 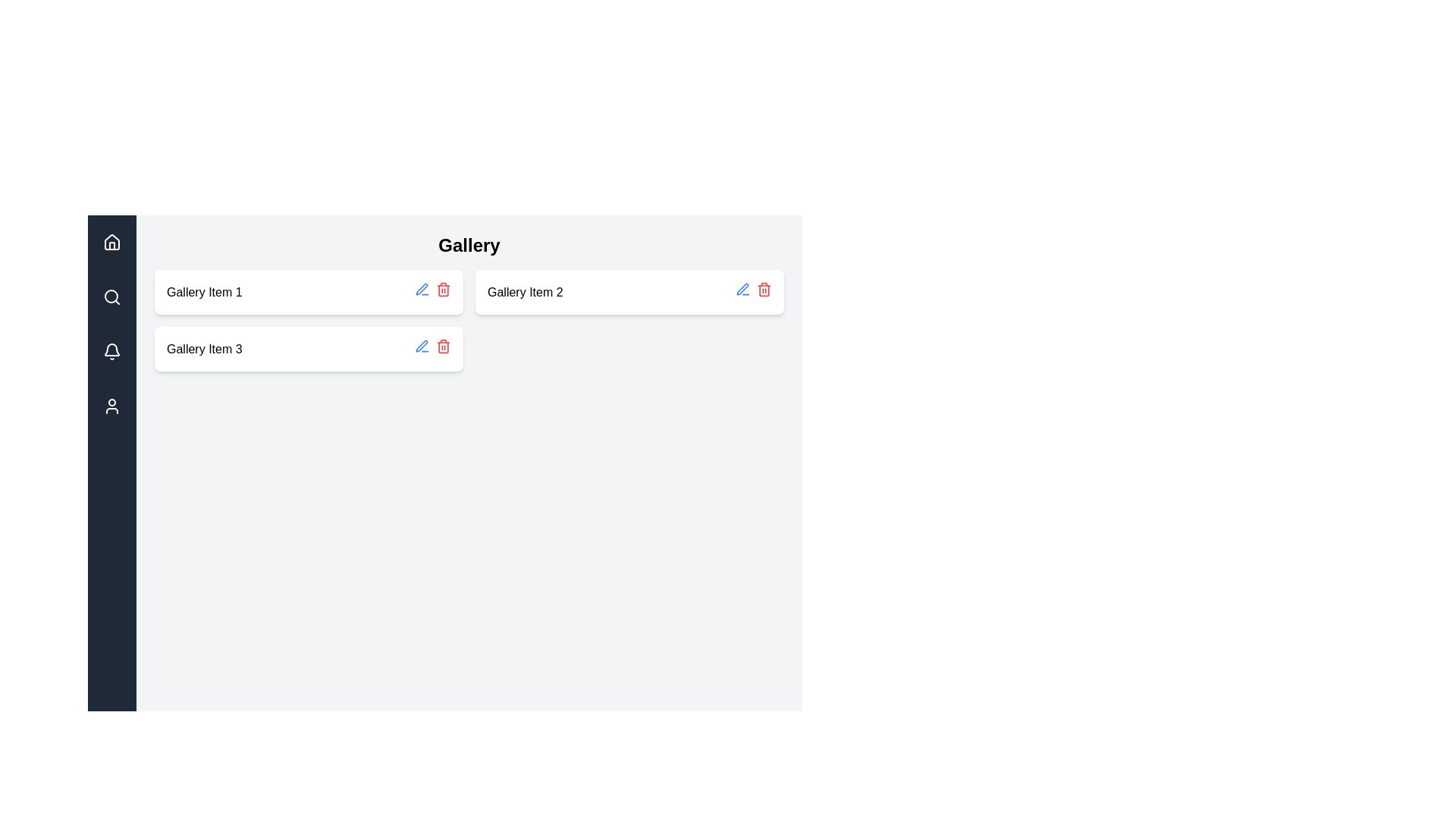 What do you see at coordinates (111, 297) in the screenshot?
I see `the magnifying glass icon, which is the second button in a vertical stack of icons in the sidebar` at bounding box center [111, 297].